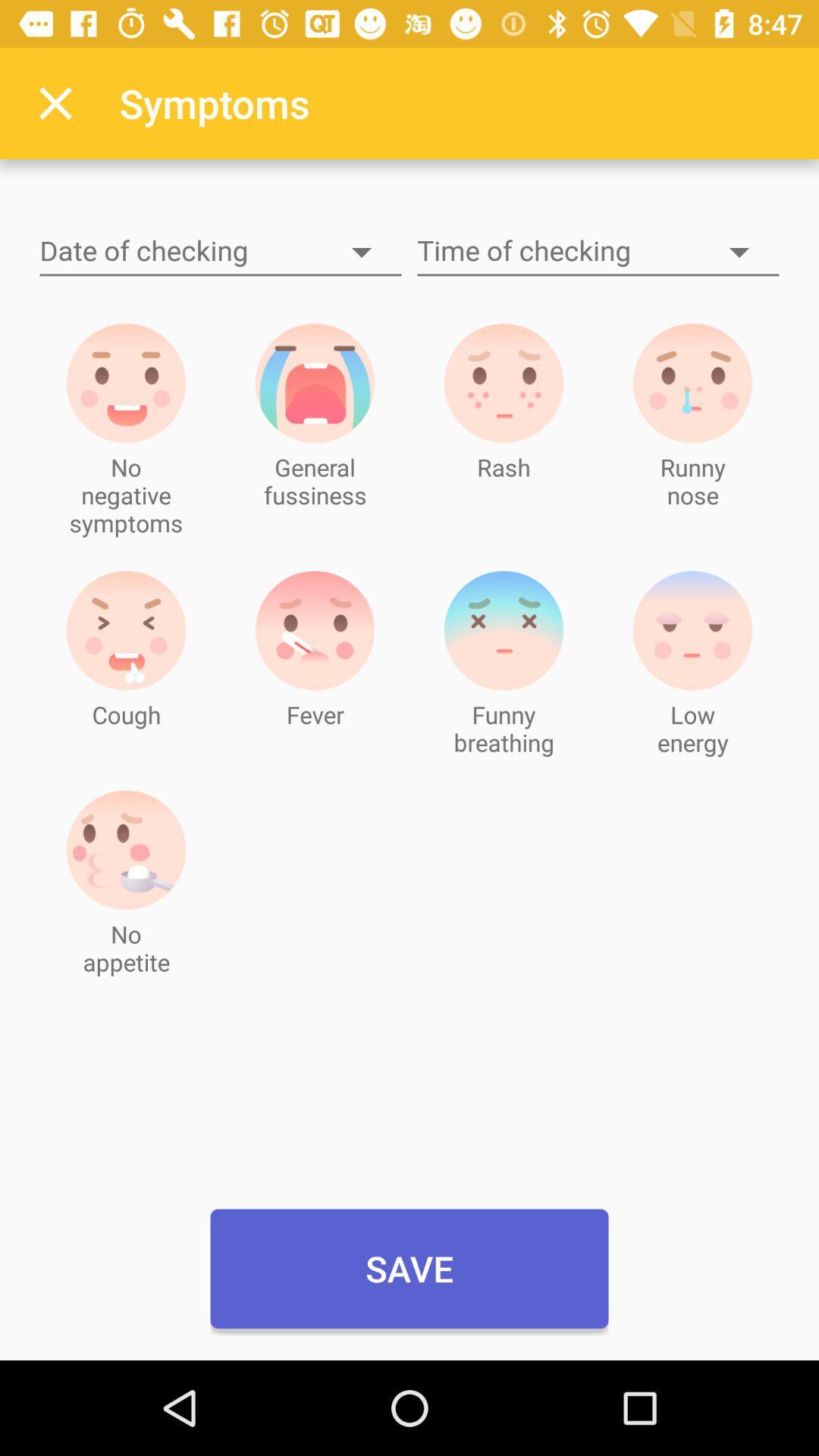 This screenshot has height=1456, width=819. What do you see at coordinates (598, 252) in the screenshot?
I see `time of checking` at bounding box center [598, 252].